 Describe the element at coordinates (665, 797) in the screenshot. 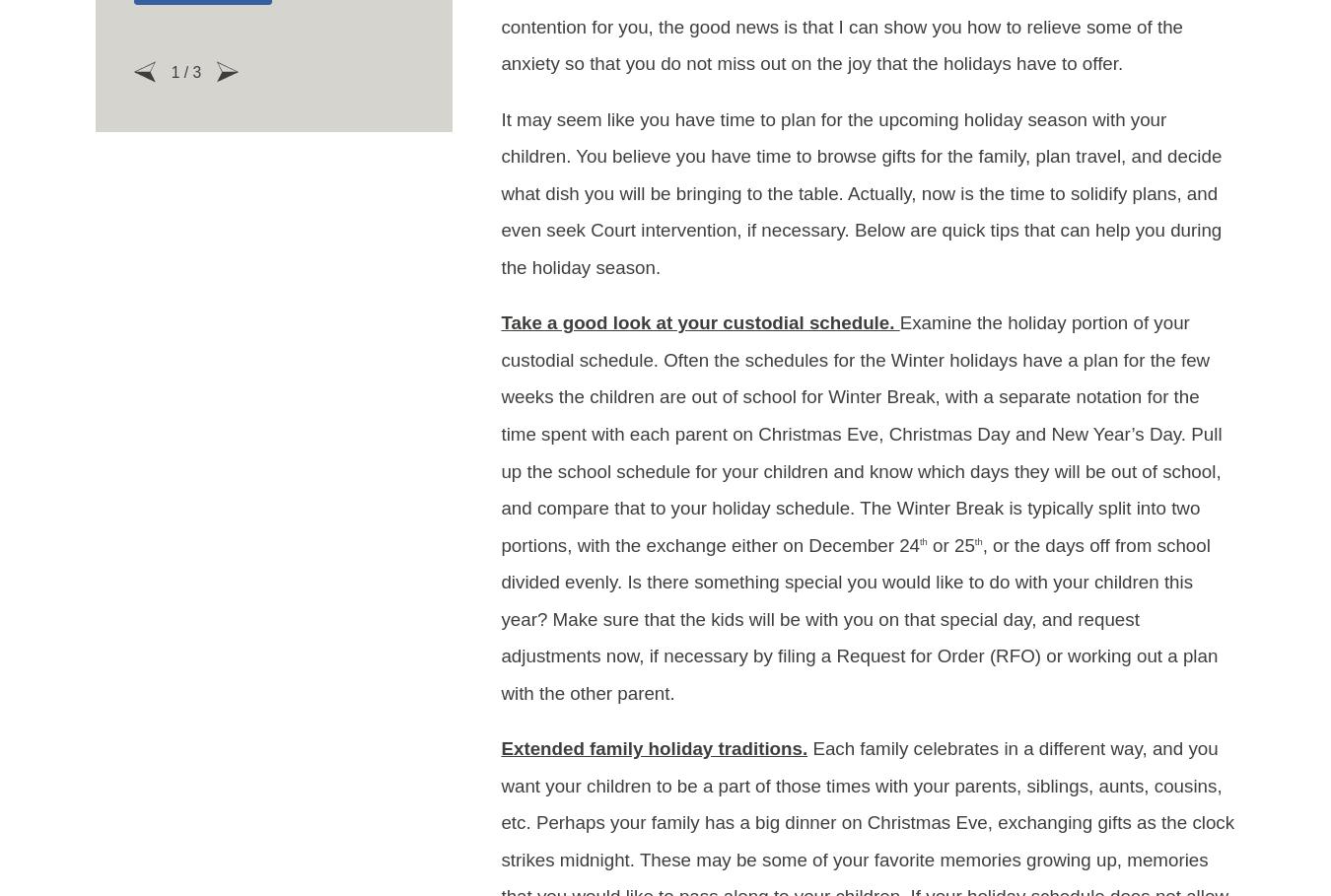

I see `'951-783-3335'` at that location.